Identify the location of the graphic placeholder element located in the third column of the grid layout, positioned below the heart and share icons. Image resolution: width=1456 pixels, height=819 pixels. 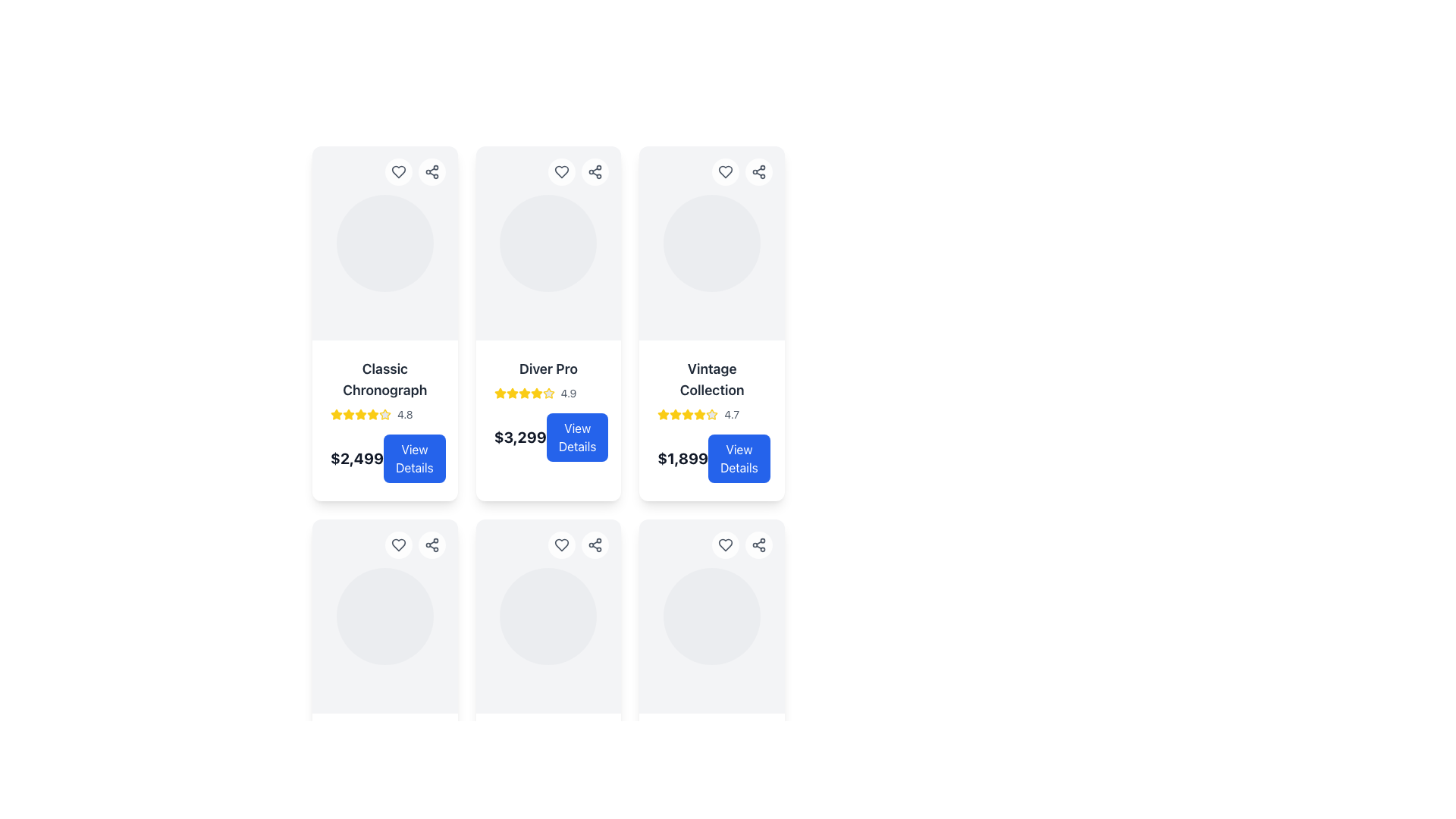
(384, 617).